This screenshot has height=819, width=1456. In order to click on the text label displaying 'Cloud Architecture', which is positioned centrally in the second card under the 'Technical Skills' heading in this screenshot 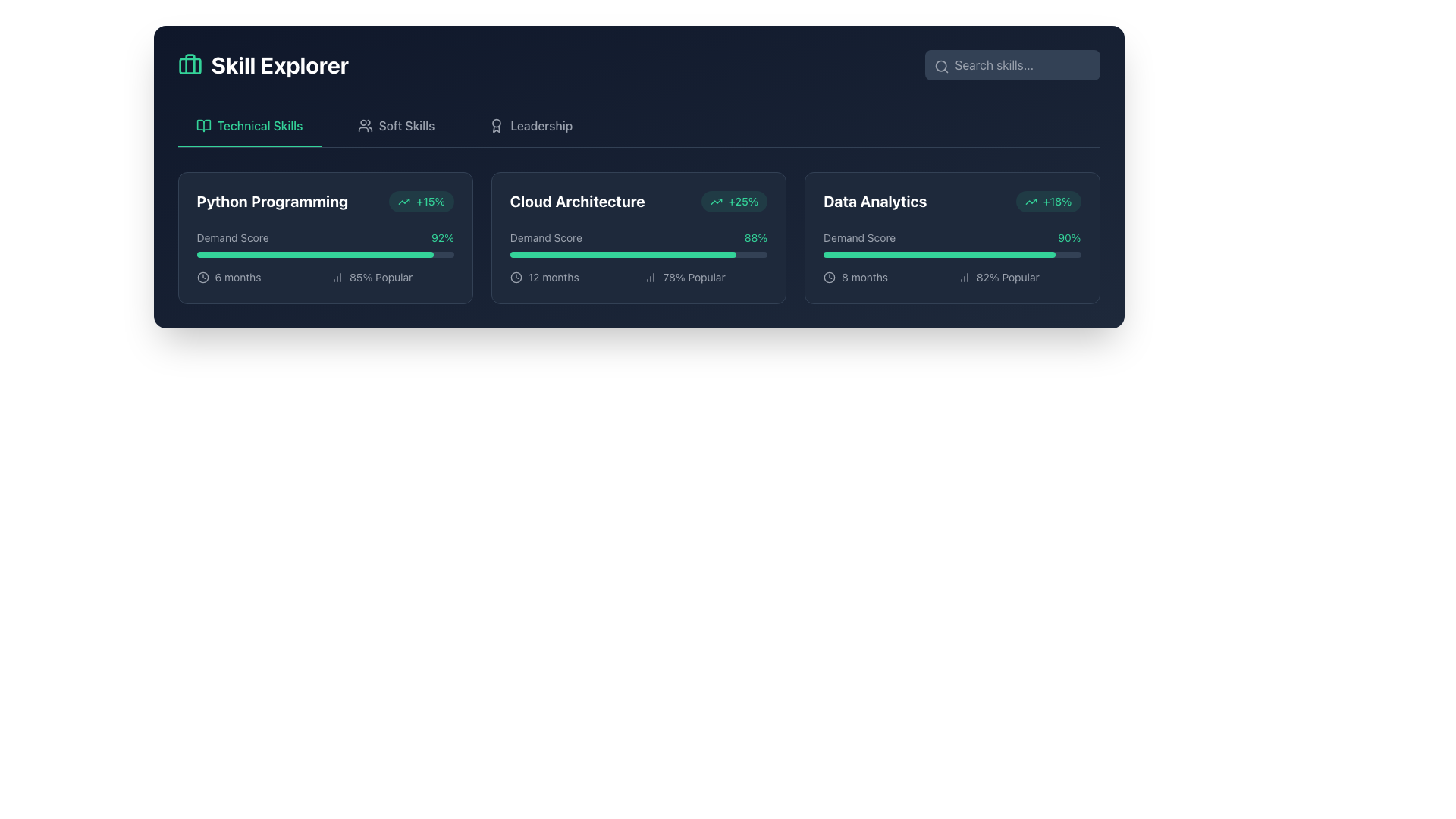, I will do `click(576, 201)`.